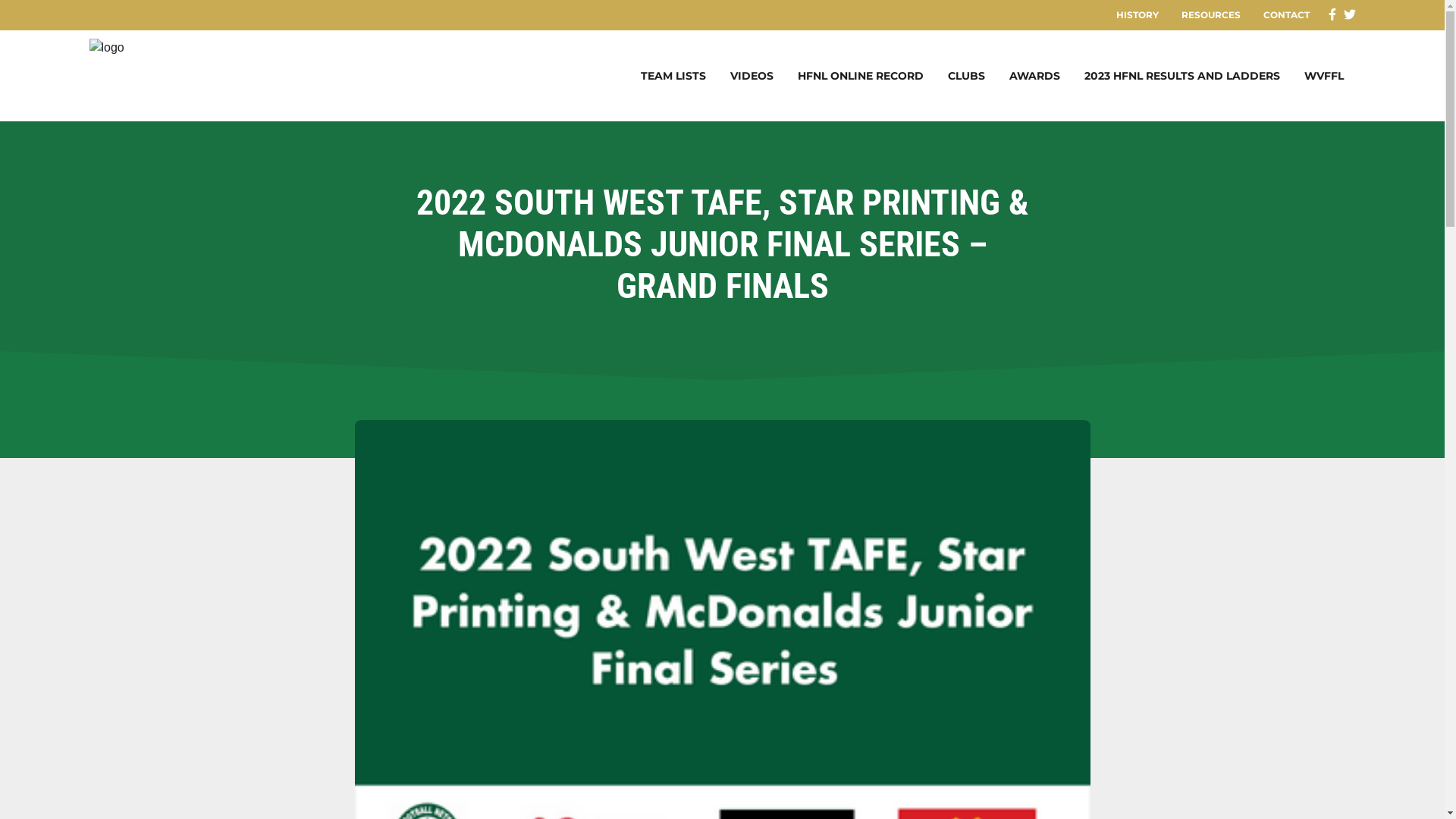 The image size is (1456, 819). Describe the element at coordinates (1323, 76) in the screenshot. I see `'WVFFL'` at that location.